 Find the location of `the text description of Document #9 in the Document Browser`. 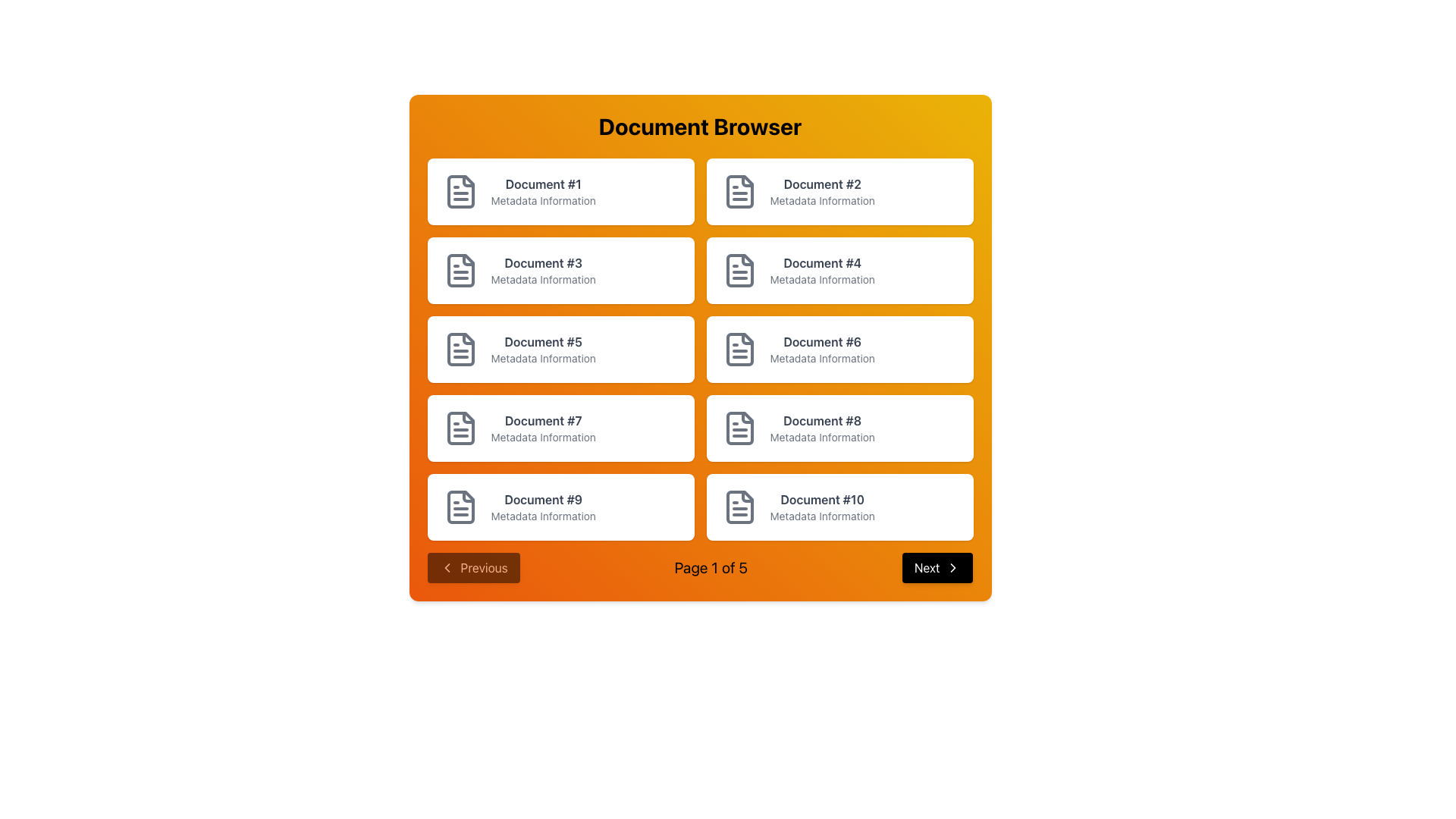

the text description of Document #9 in the Document Browser is located at coordinates (543, 507).